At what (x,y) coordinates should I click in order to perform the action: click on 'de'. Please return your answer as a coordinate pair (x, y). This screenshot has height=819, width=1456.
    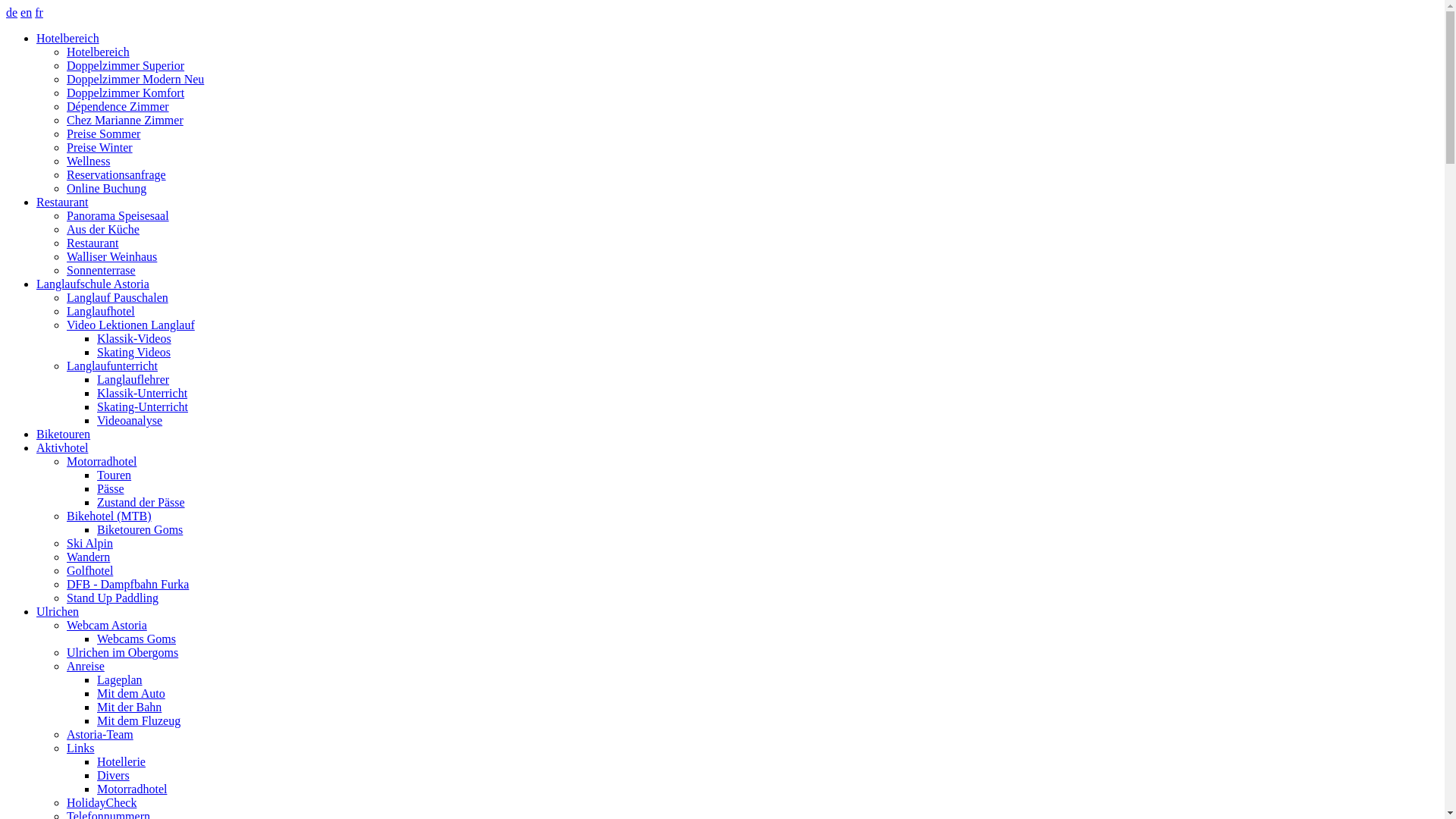
    Looking at the image, I should click on (11, 12).